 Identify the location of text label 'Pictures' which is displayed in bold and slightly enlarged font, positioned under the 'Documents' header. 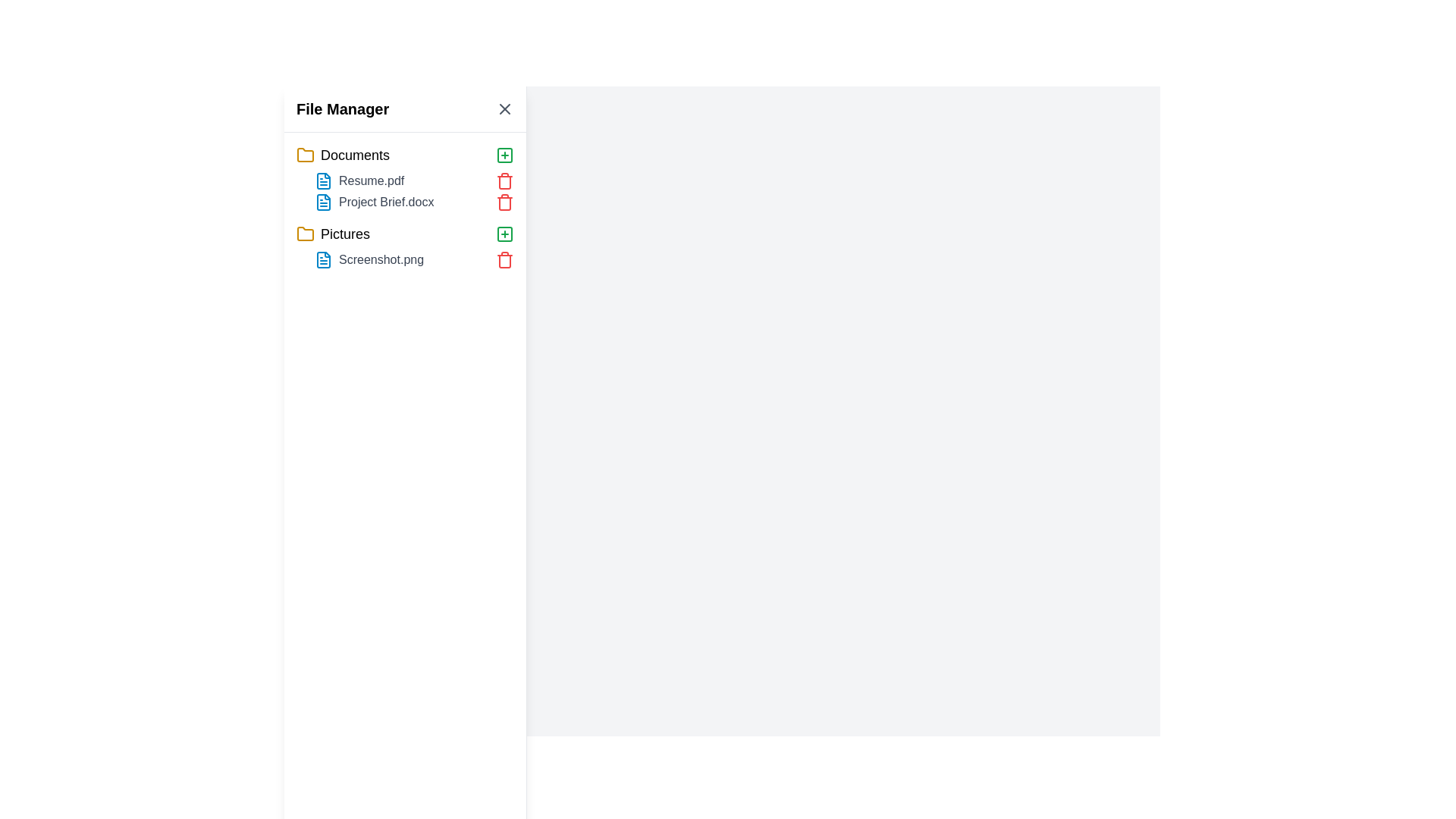
(344, 234).